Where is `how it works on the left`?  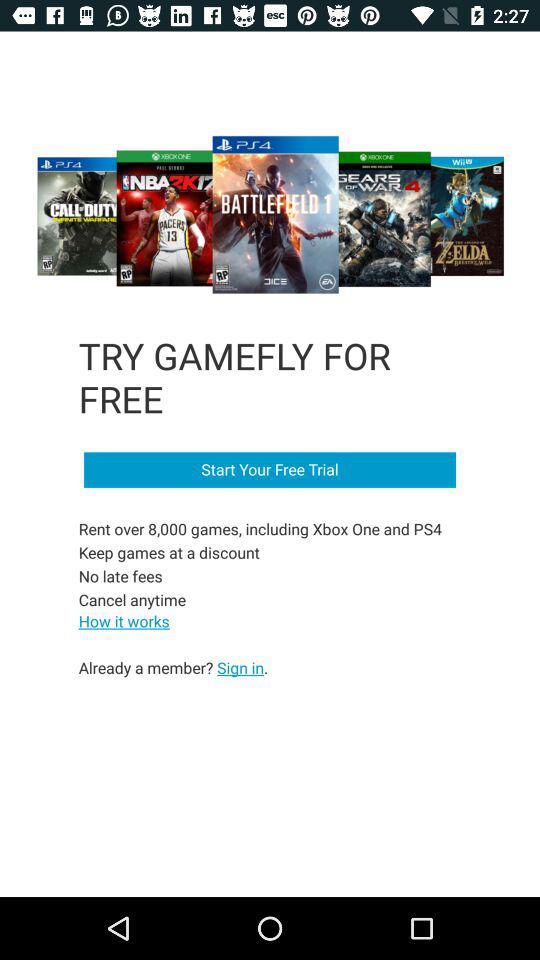
how it works on the left is located at coordinates (124, 620).